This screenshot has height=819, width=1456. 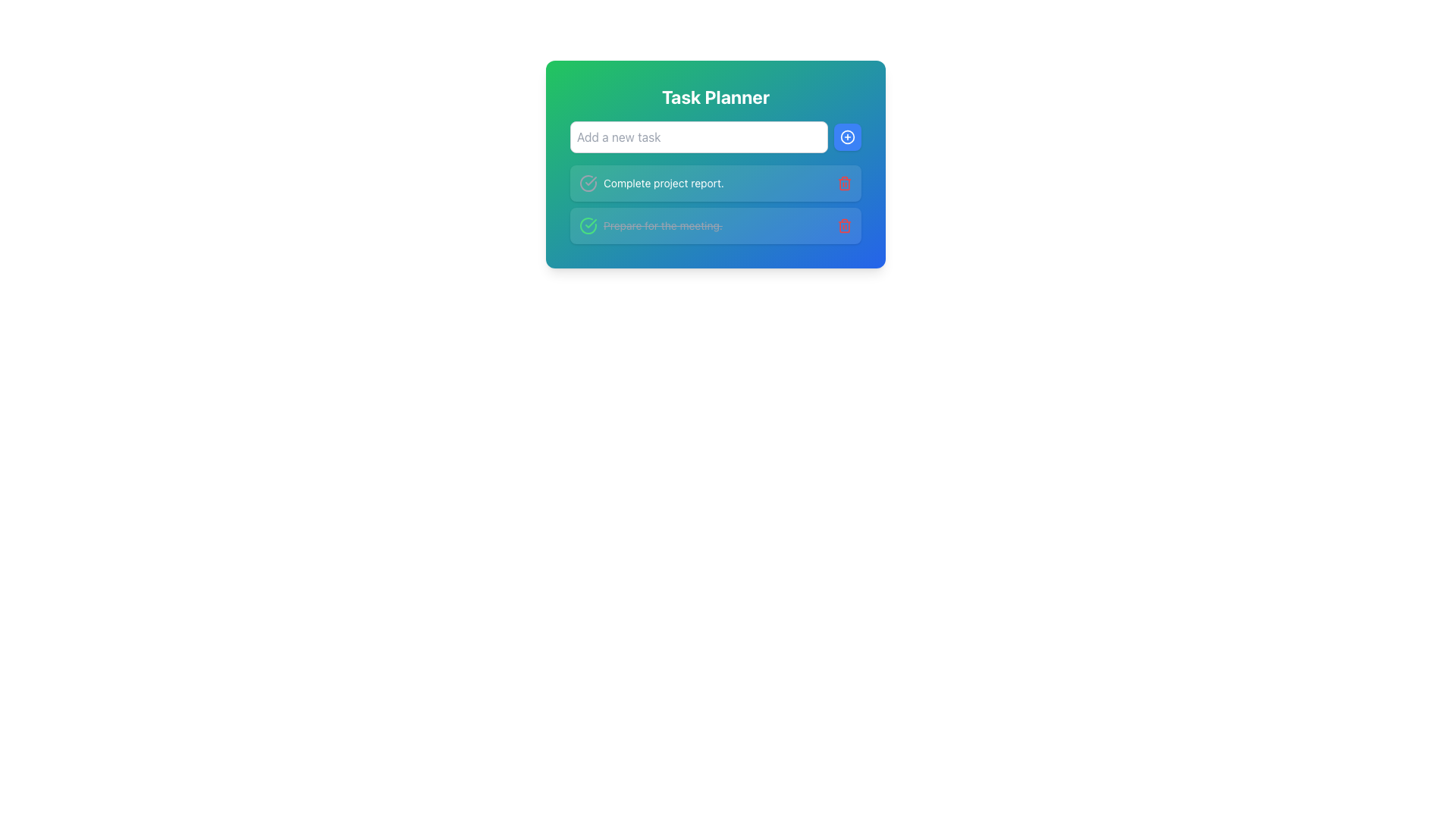 I want to click on the central circle of the SVG icon, which is styled with a defined border and is part of the icon that includes a plus sign, located to the right of the 'Add a new task' input field in the task planner interface, so click(x=847, y=137).